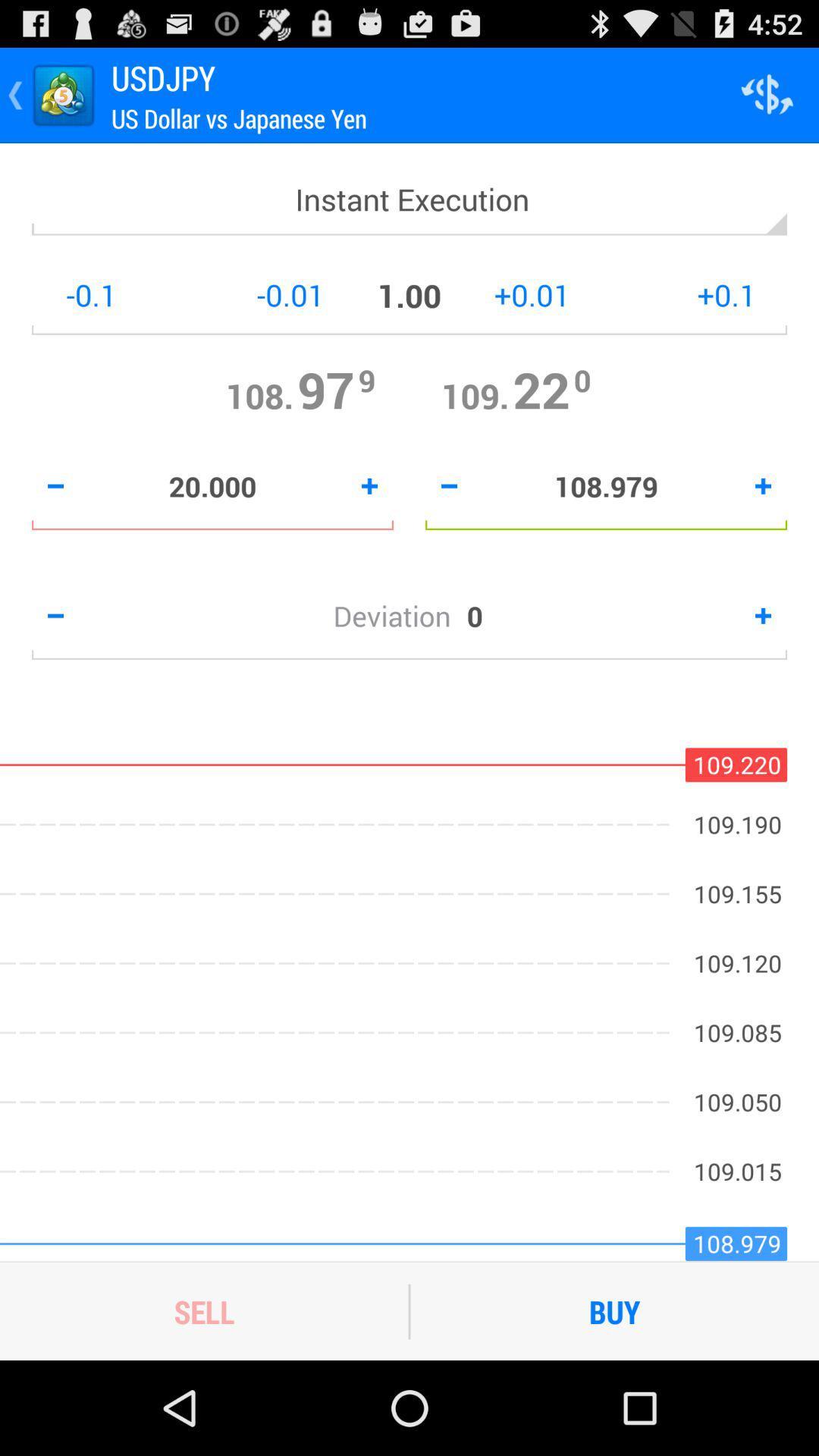 Image resolution: width=819 pixels, height=1456 pixels. What do you see at coordinates (203, 1310) in the screenshot?
I see `sell item` at bounding box center [203, 1310].